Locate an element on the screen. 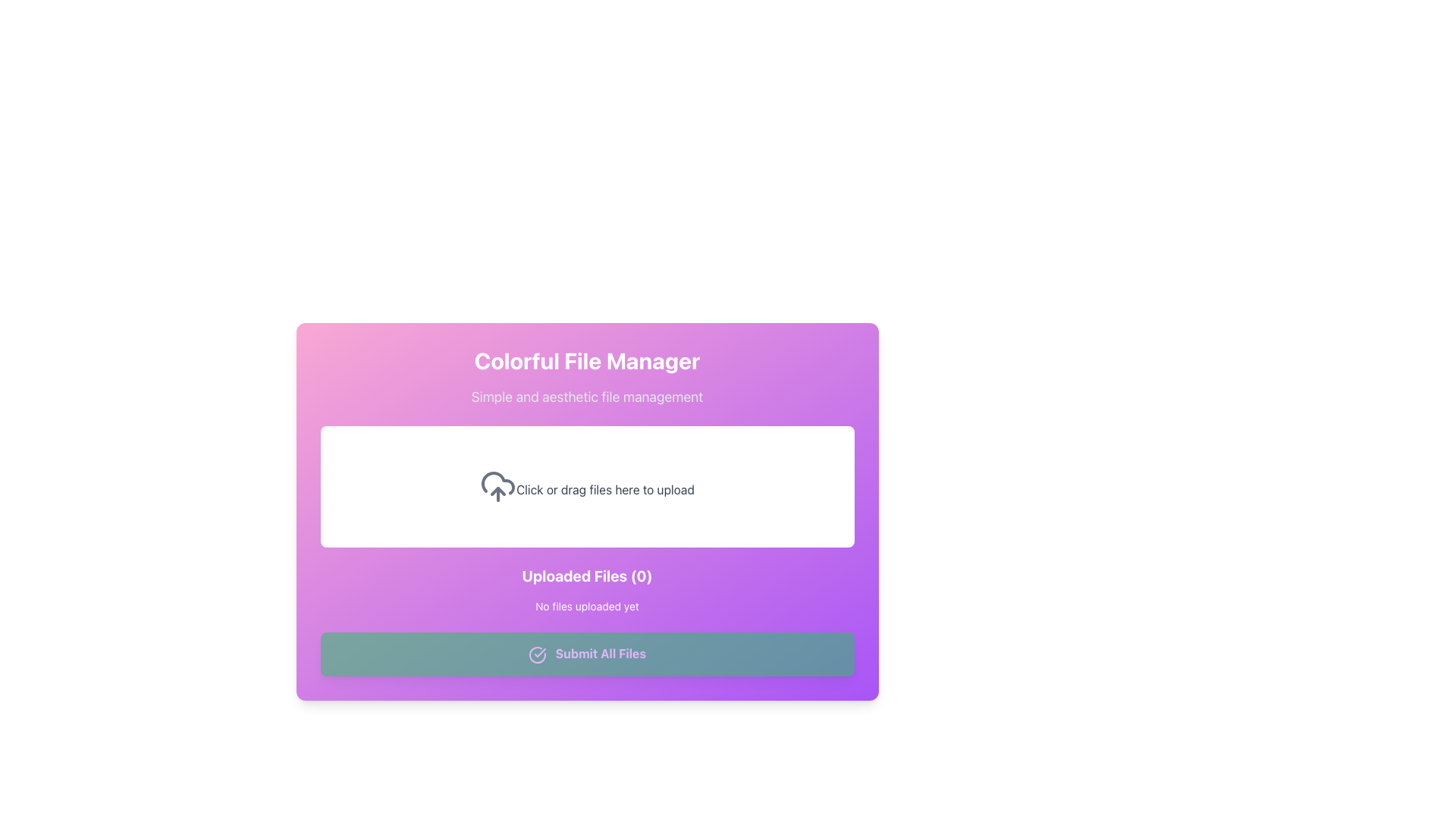  the label indicating the number of files uploaded, which displays zero by default and is located below the file upload area is located at coordinates (586, 576).